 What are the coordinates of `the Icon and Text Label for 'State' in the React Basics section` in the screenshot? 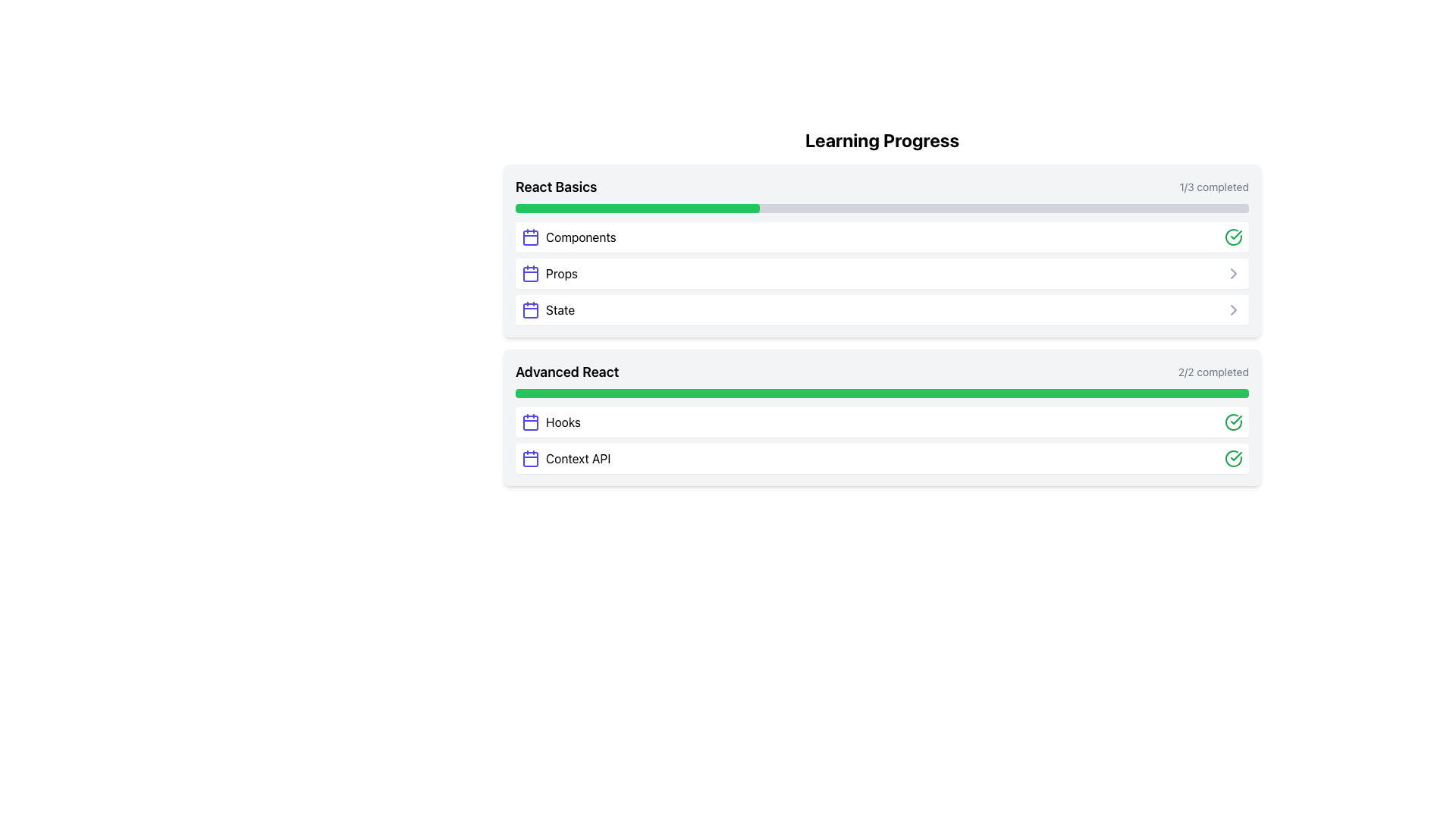 It's located at (548, 309).